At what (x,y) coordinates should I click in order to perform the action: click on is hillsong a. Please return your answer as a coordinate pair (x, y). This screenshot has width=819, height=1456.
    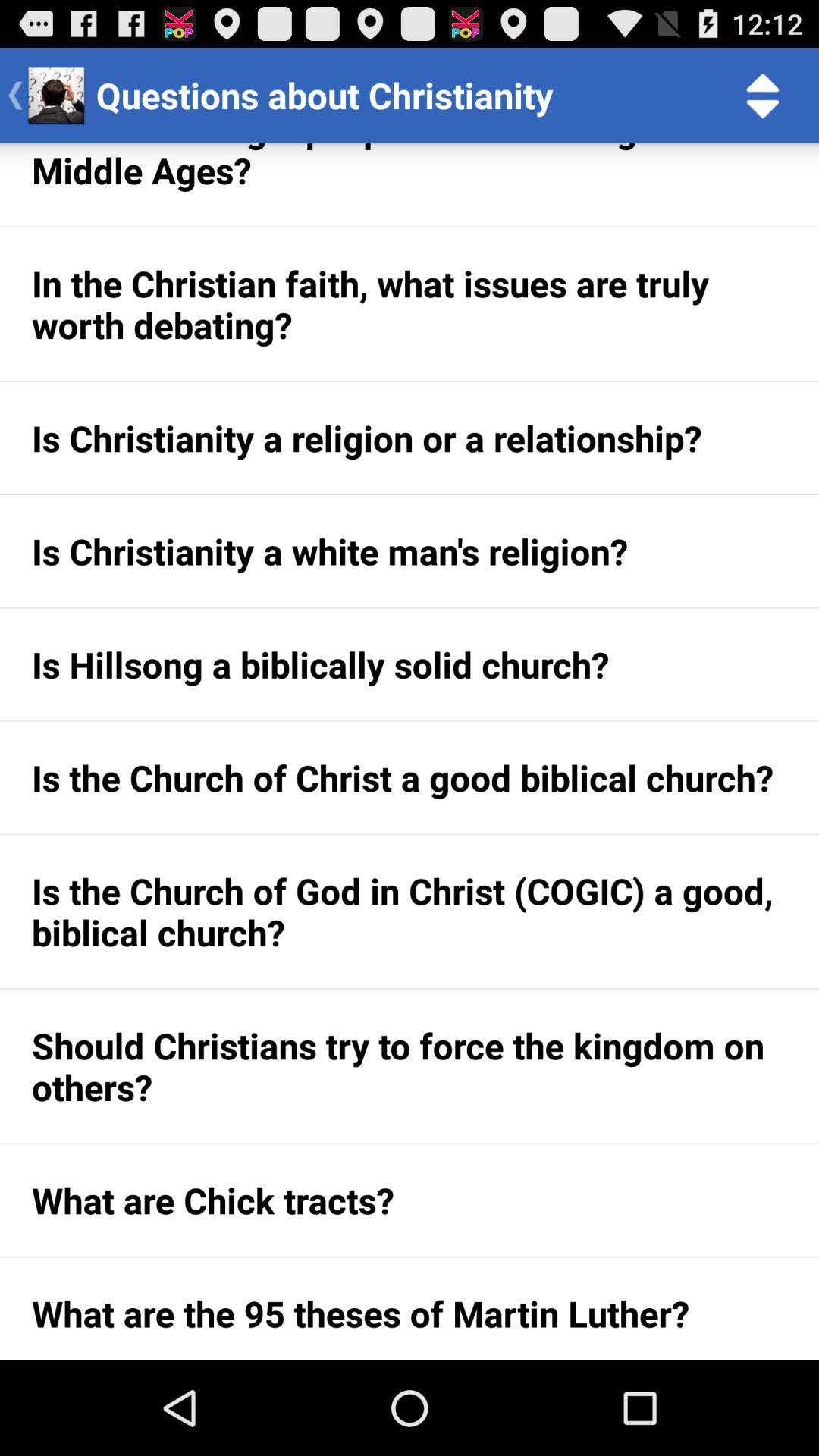
    Looking at the image, I should click on (409, 664).